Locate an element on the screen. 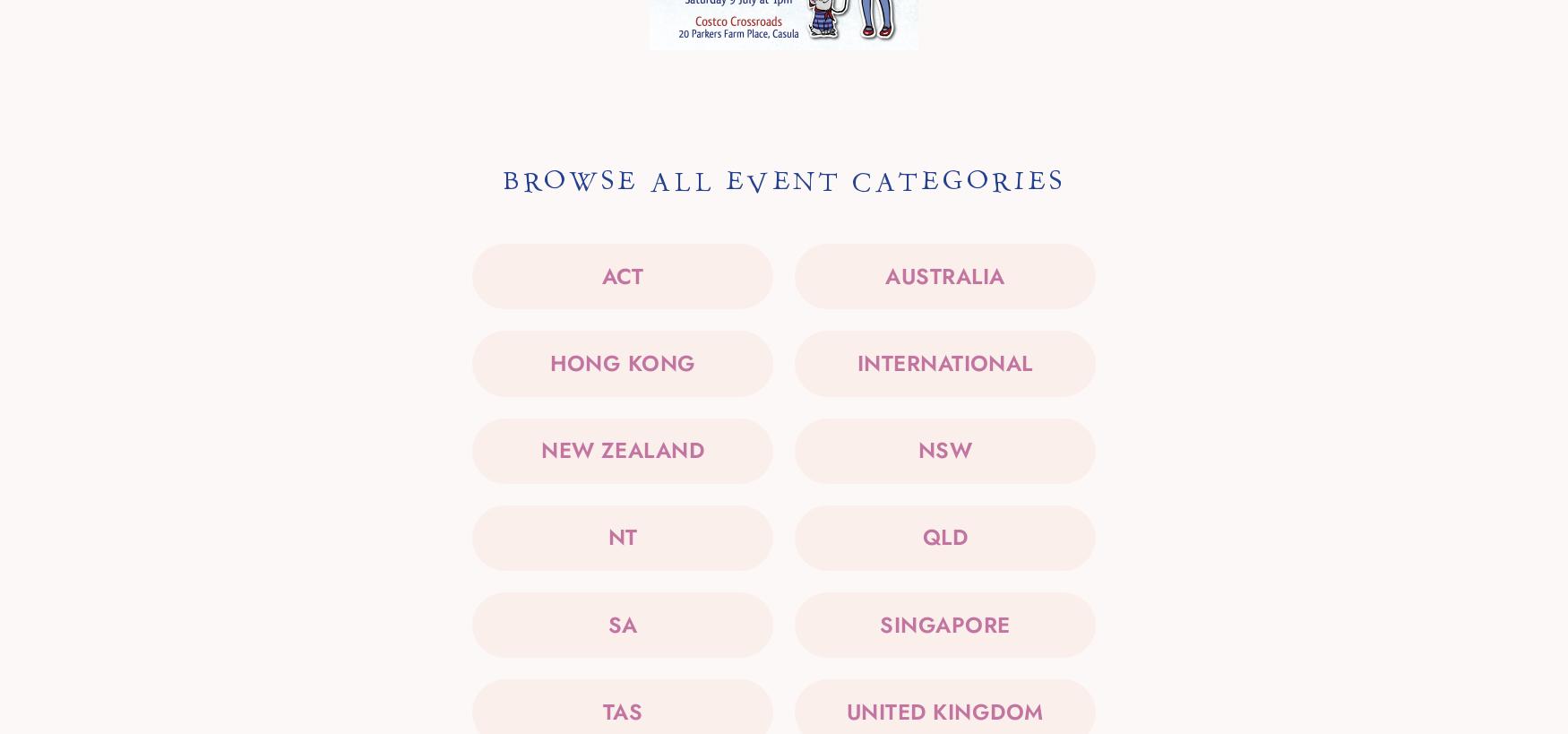 The width and height of the screenshot is (1568, 734). 'QLD' is located at coordinates (943, 536).